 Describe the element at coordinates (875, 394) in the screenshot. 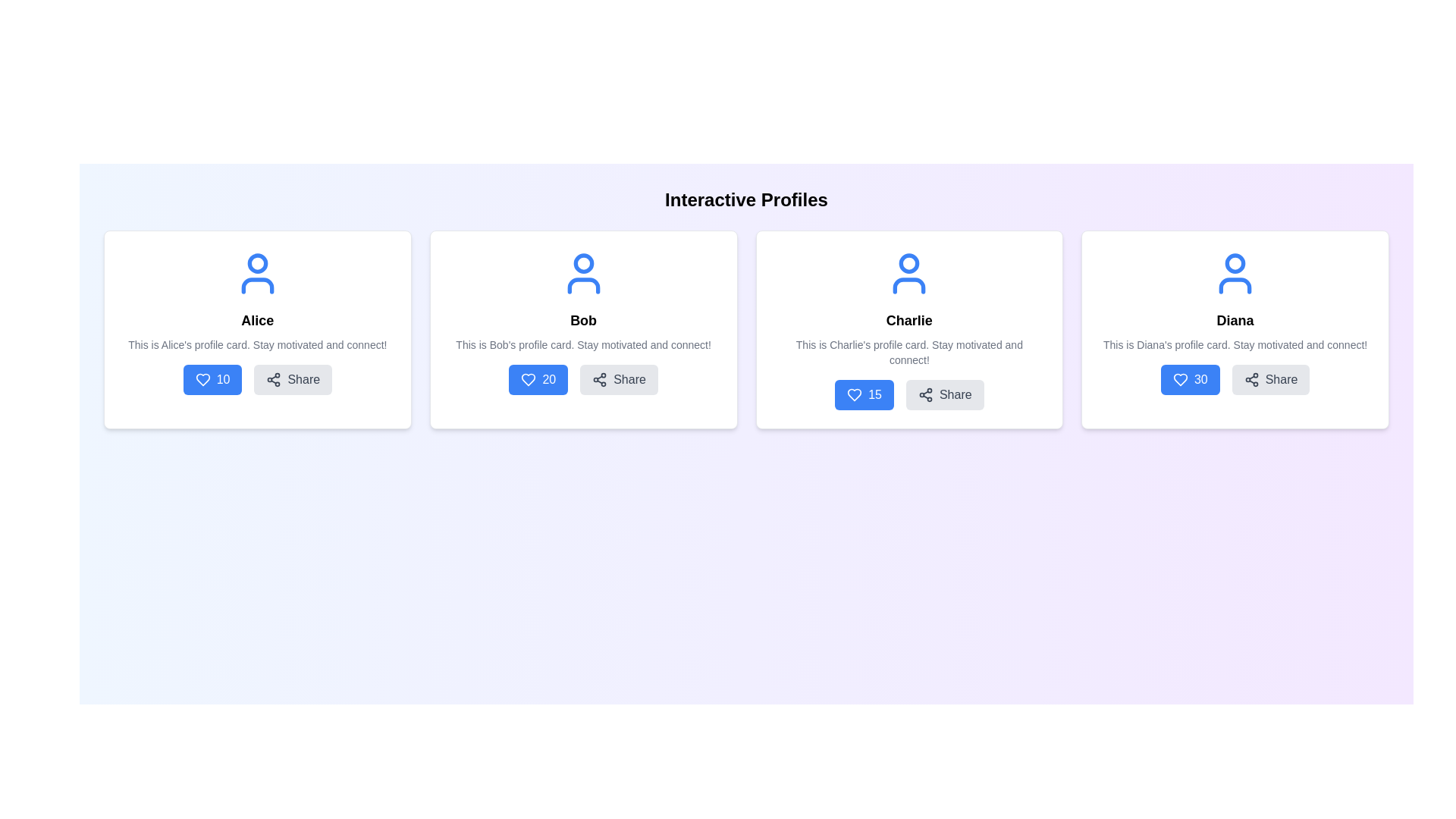

I see `count displayed in the text label located to the right of the heart icon in the interactive button under the 'Charlie' section of the third card from the left in the grid layout` at that location.